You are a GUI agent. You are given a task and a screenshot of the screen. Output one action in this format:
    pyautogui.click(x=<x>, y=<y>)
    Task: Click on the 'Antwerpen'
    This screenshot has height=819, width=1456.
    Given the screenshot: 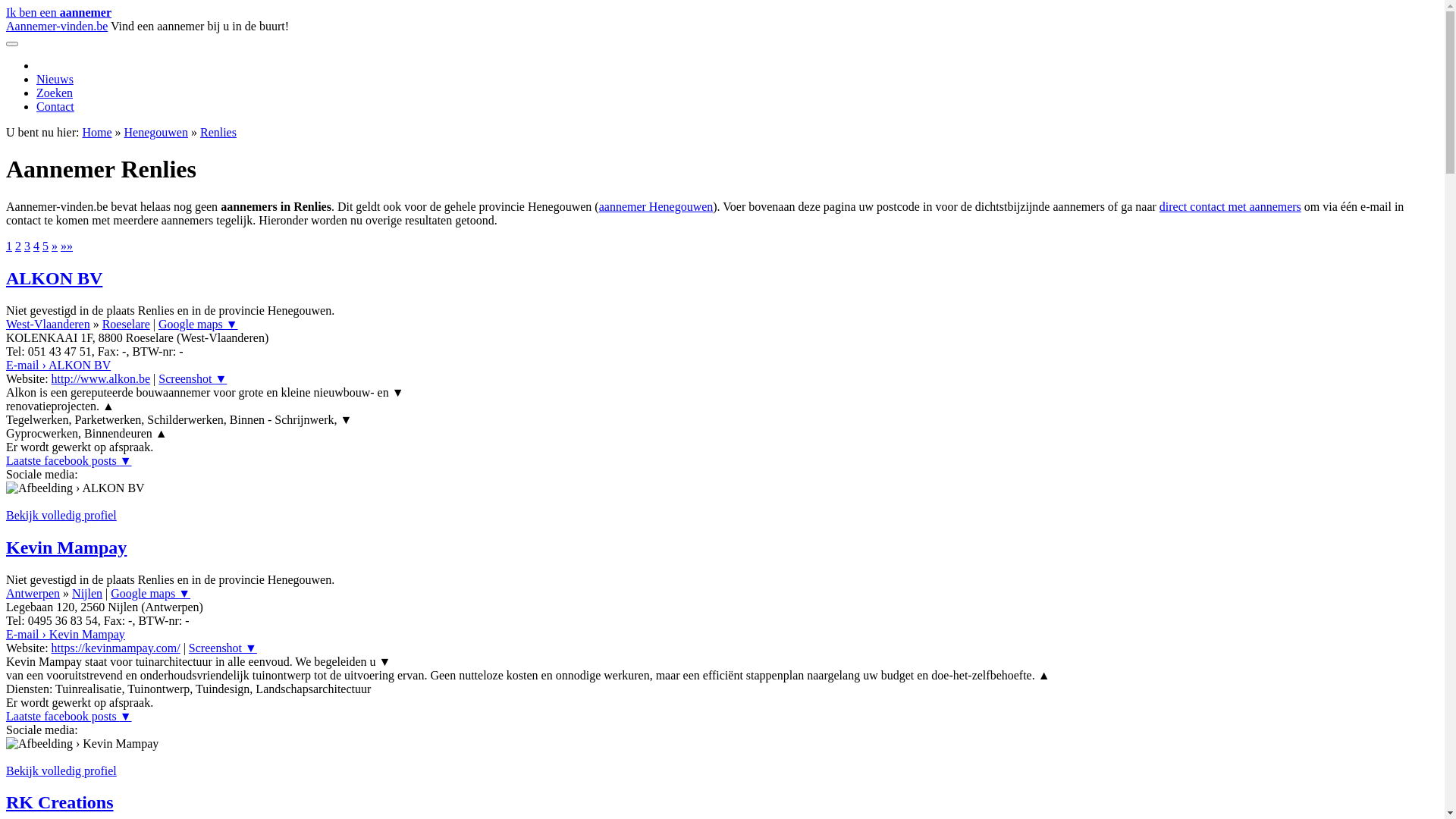 What is the action you would take?
    pyautogui.click(x=33, y=592)
    